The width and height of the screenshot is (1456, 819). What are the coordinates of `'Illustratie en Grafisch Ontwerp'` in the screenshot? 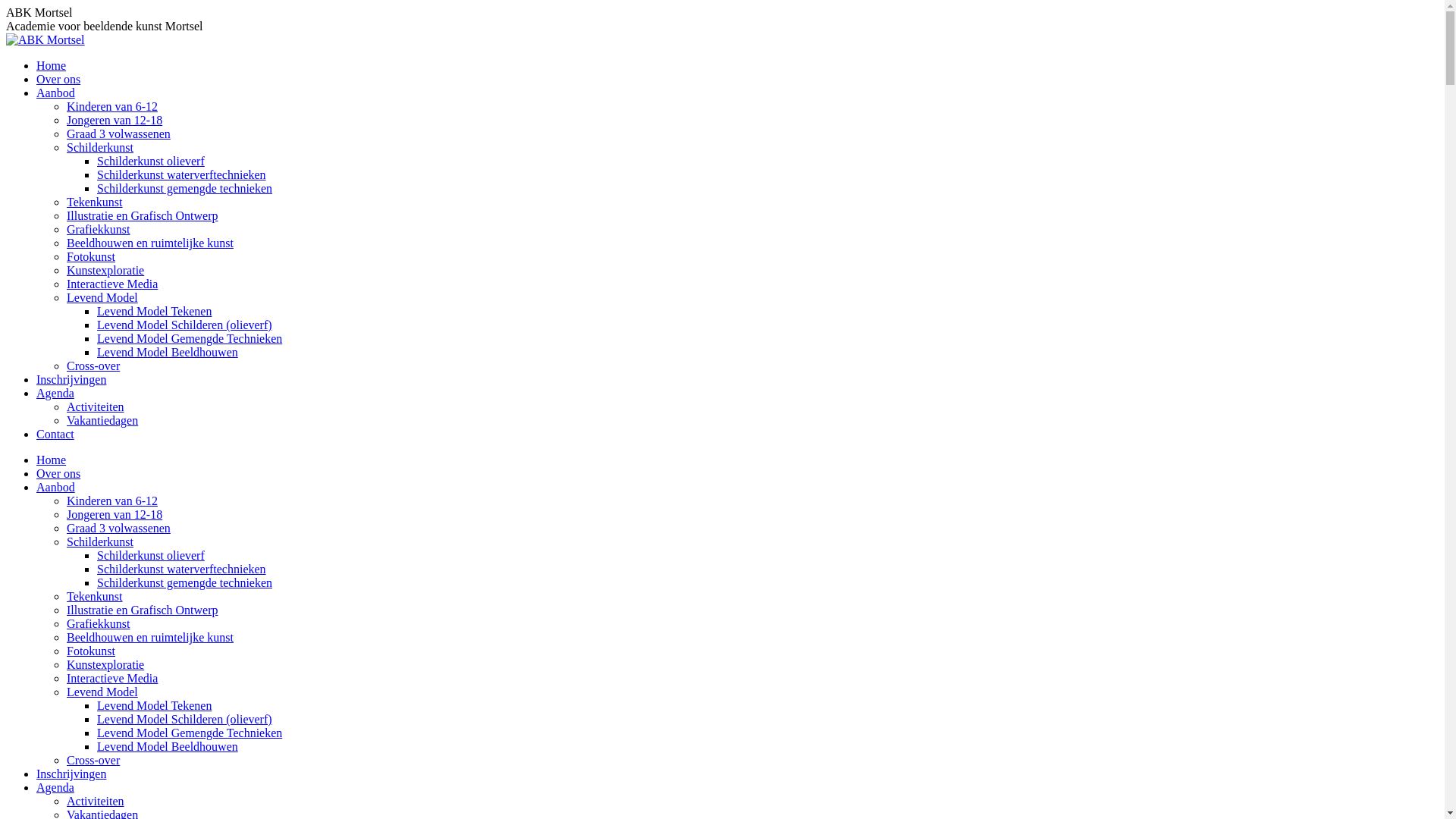 It's located at (142, 609).